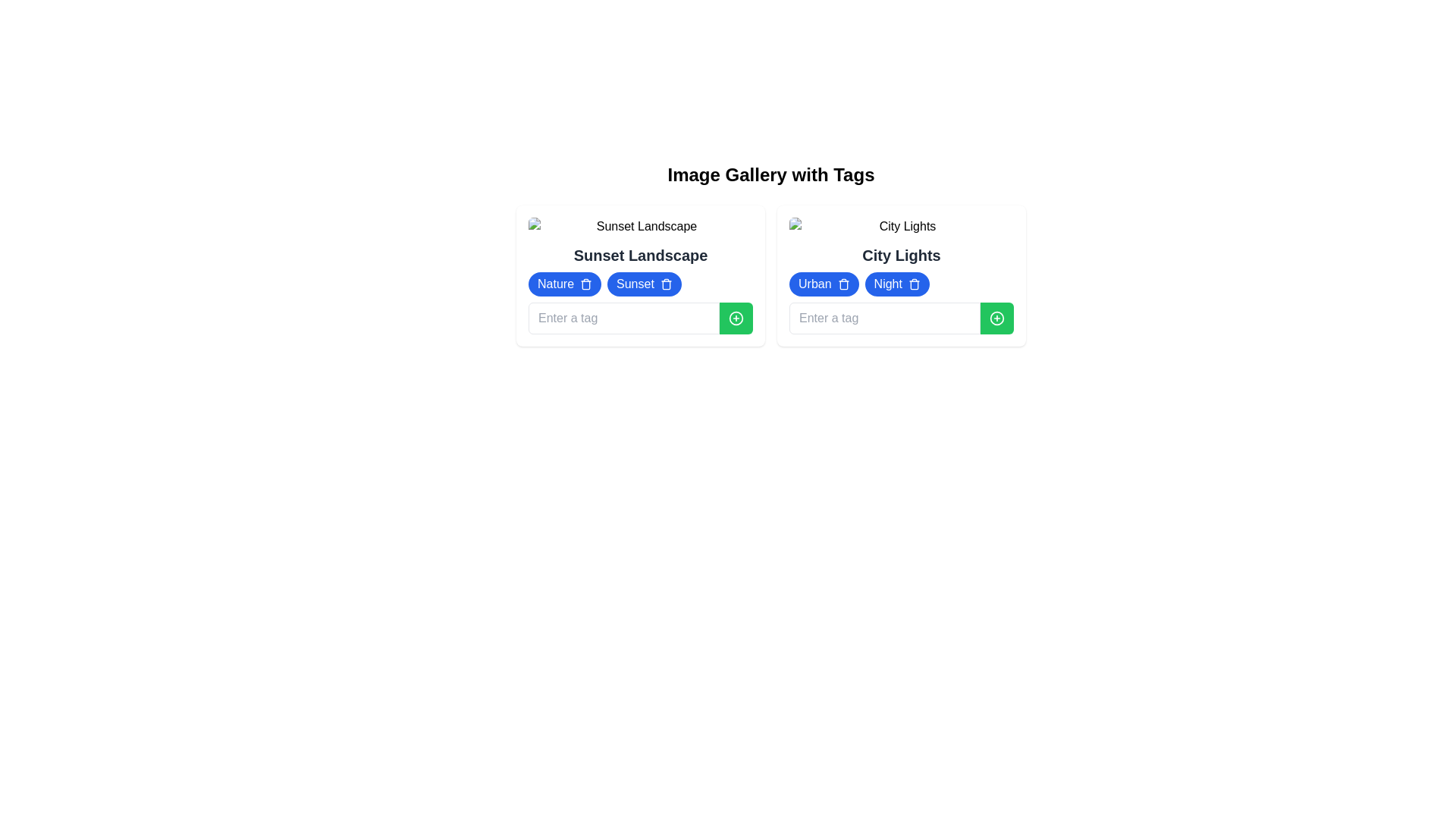 The width and height of the screenshot is (1456, 819). Describe the element at coordinates (902, 275) in the screenshot. I see `the blue pill-shaped button labeled 'Night' with a trash icon next to it, located under the 'City Lights' category` at that location.